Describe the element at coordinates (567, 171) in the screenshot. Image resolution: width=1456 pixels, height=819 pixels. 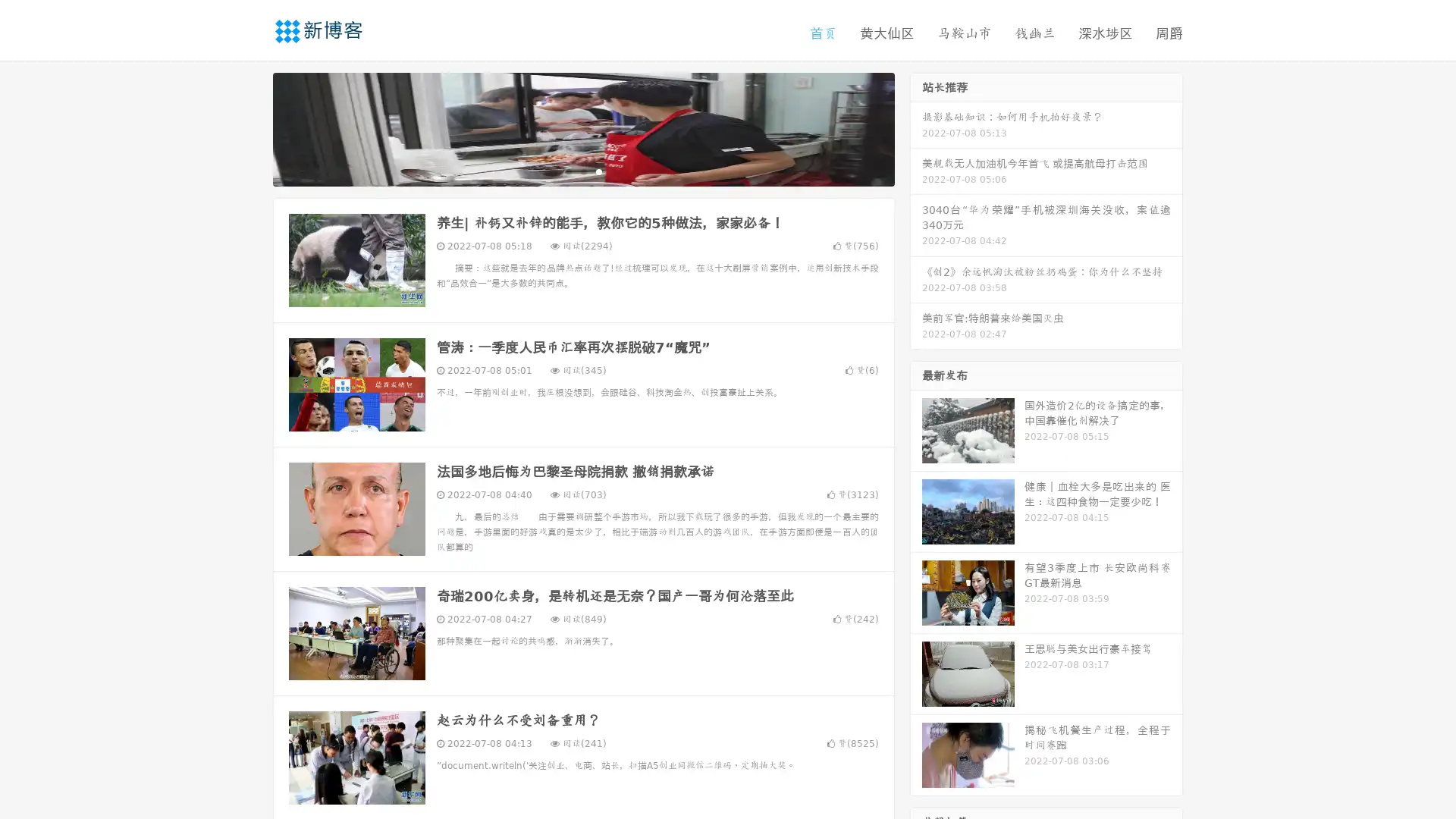
I see `Go to slide 1` at that location.